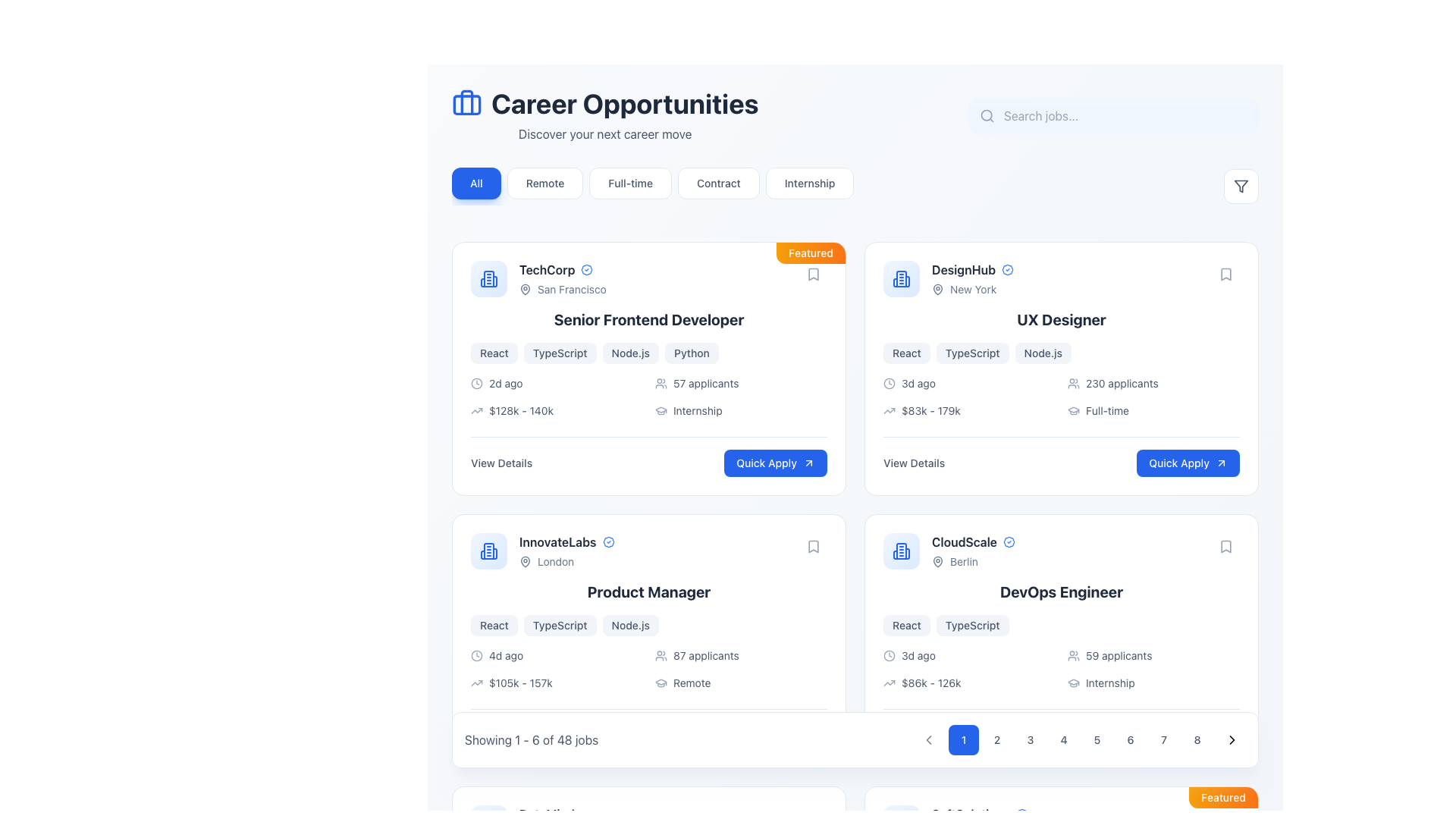 This screenshot has width=1456, height=819. Describe the element at coordinates (902, 278) in the screenshot. I see `the building icon with a blue-gradient background located in the top right section of the 'DesignHub' card under 'Career Opportunities'` at that location.